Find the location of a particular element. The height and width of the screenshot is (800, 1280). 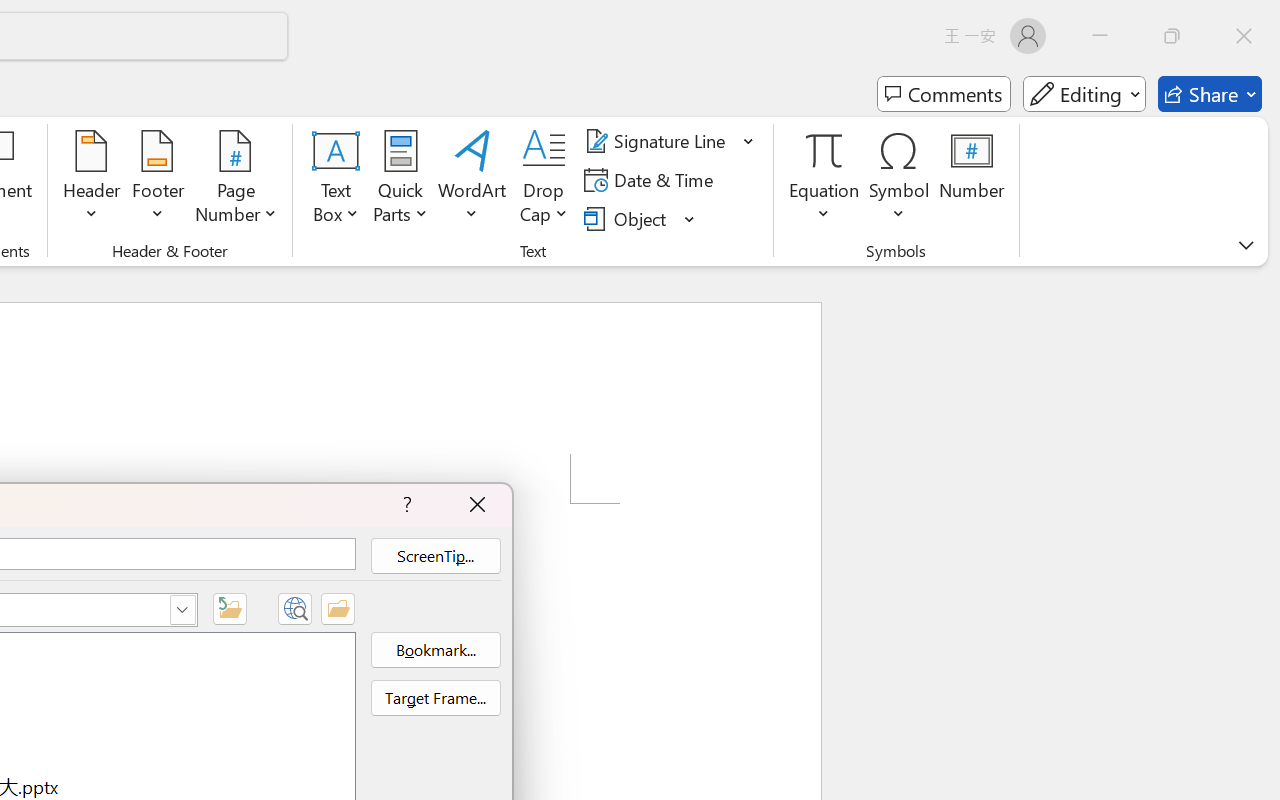

'Drop Cap' is located at coordinates (544, 179).